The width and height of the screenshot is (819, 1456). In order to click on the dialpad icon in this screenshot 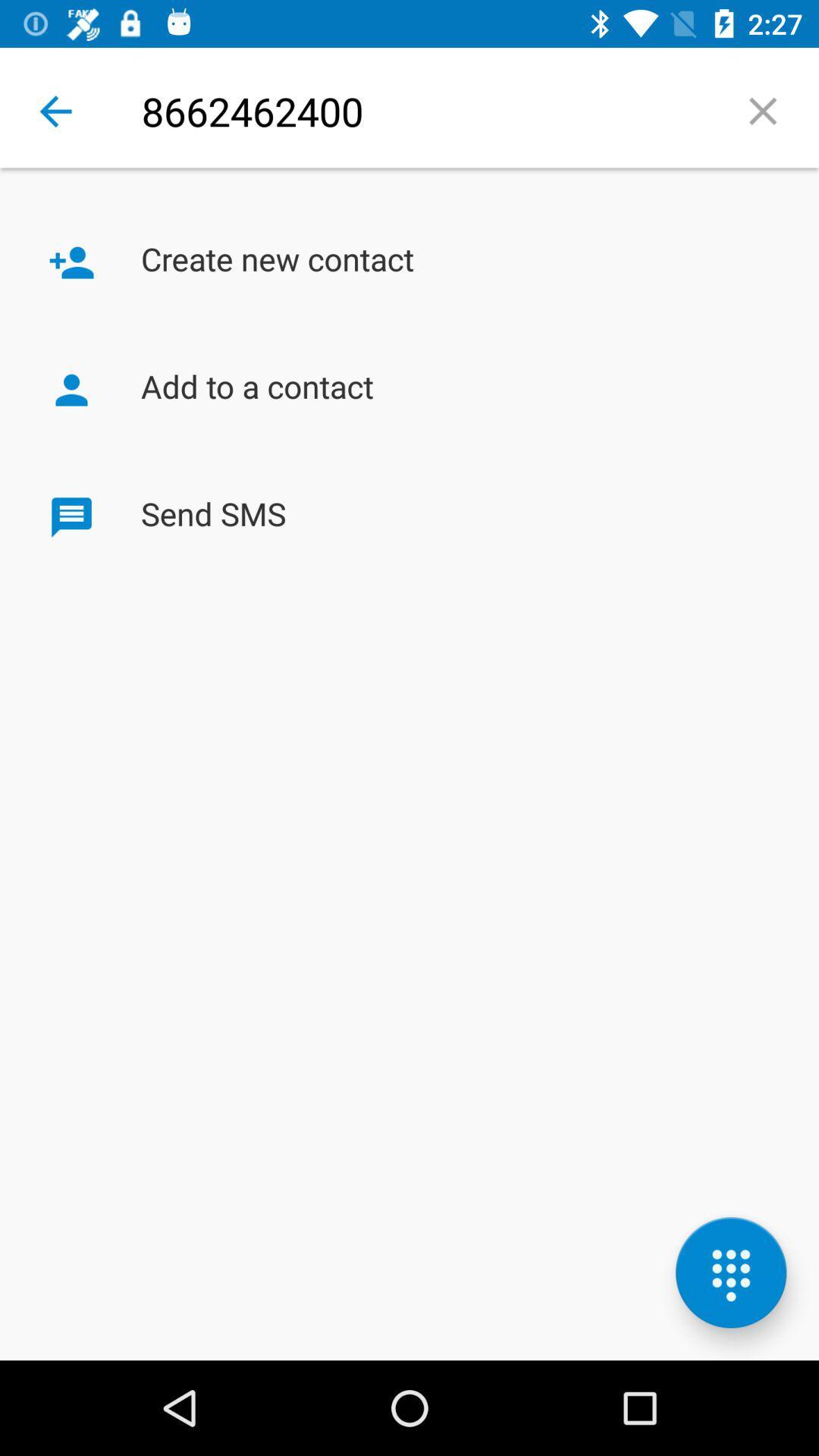, I will do `click(730, 1272)`.